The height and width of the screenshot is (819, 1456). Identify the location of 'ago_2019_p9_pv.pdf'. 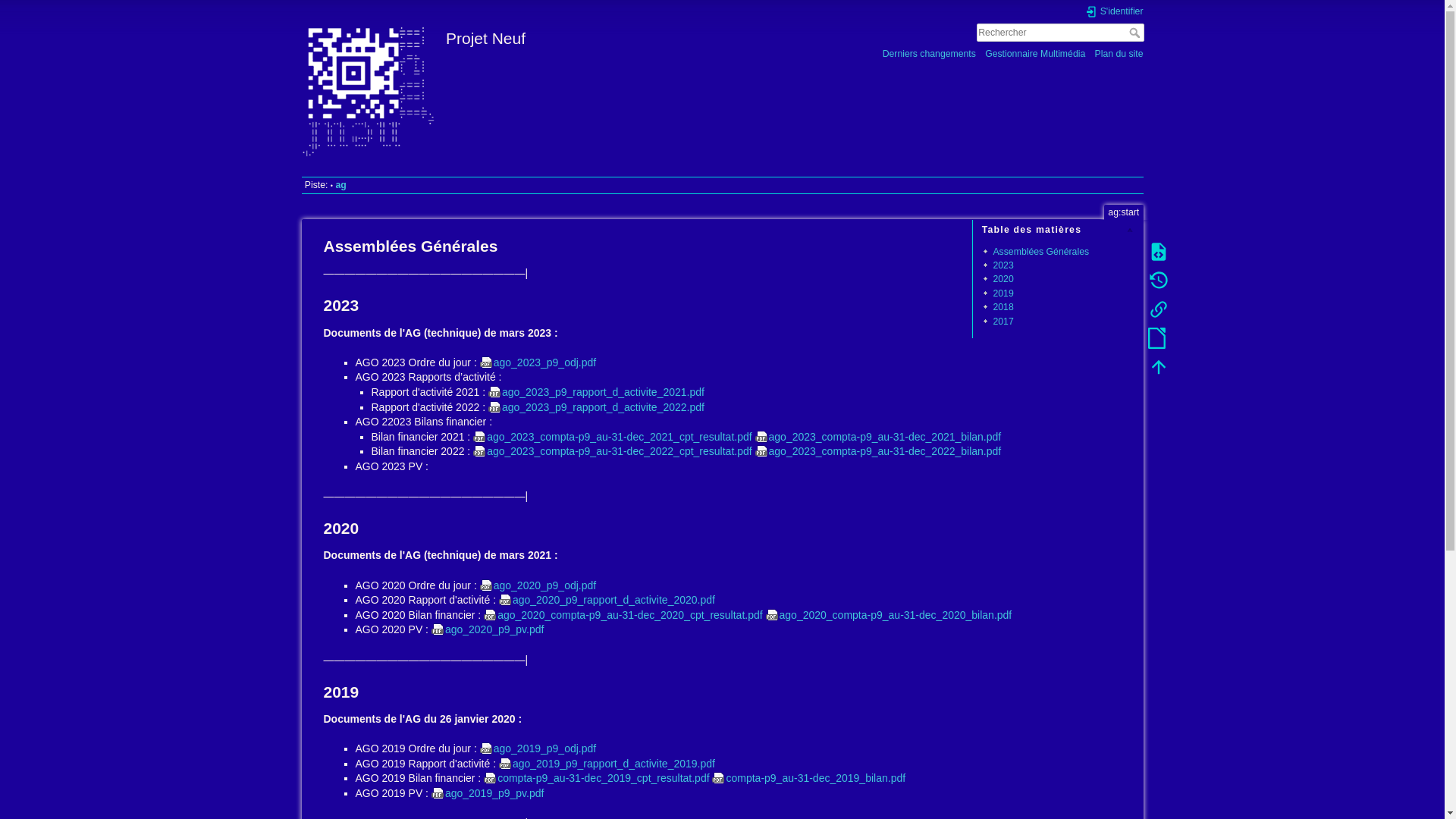
(488, 792).